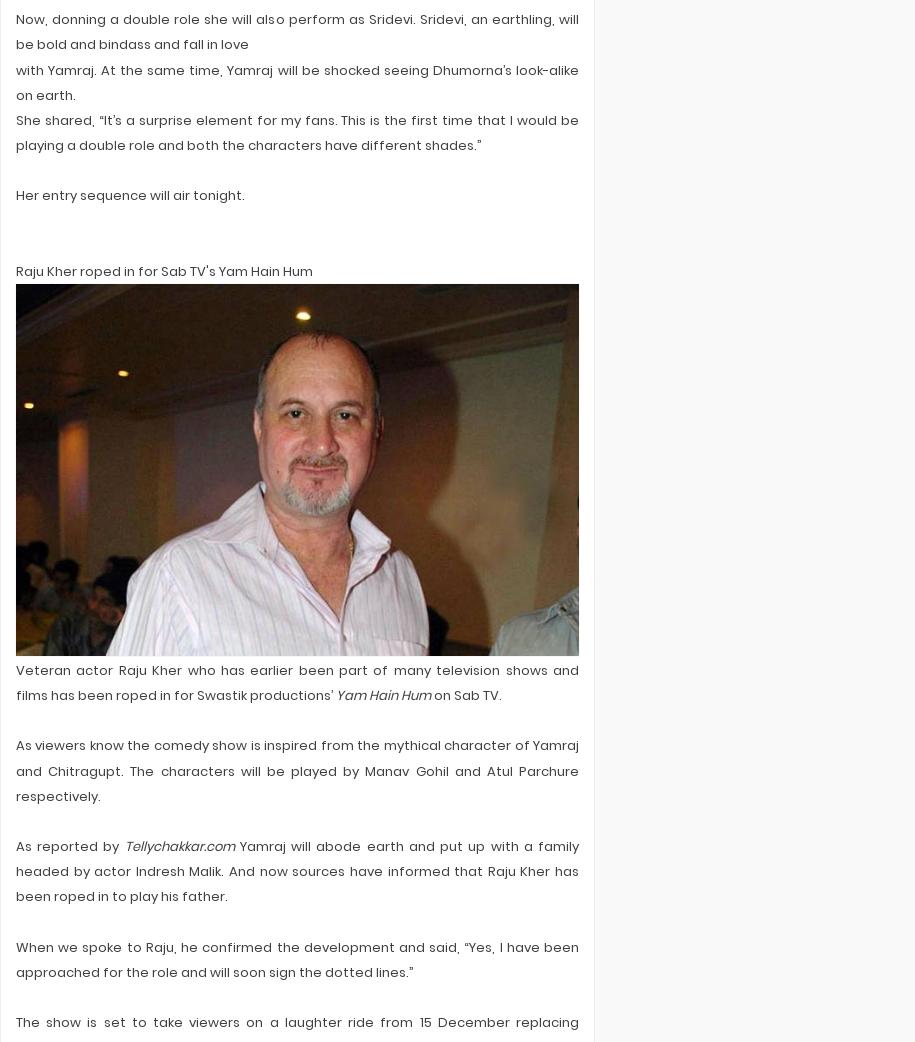  I want to click on 'Yamraj will abode earth and 
put up with a family headed by actor Indresh Malik. And now sources have
 informed that Raju Kher has been roped in to play his father.', so click(296, 870).